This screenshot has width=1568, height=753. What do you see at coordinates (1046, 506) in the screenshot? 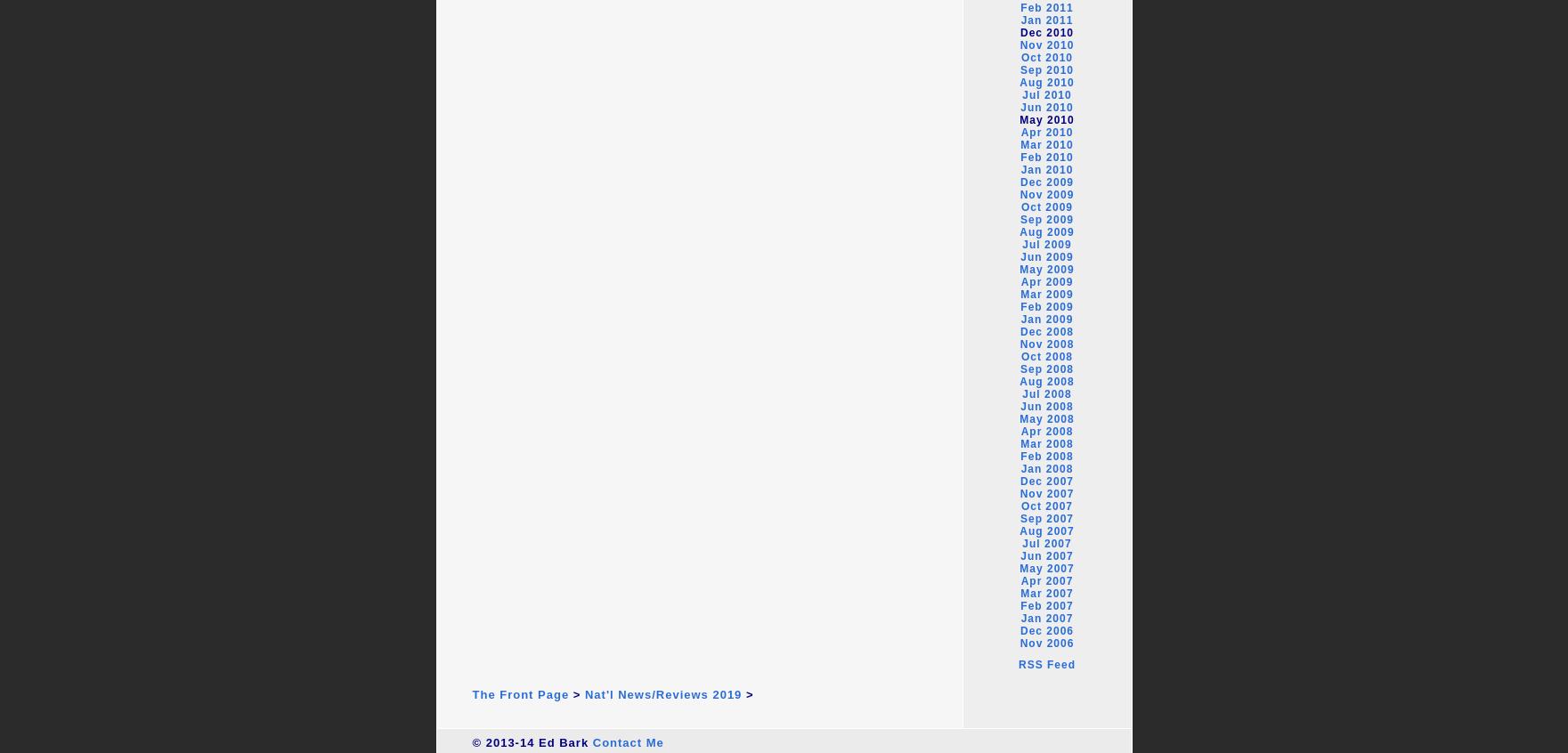
I see `'Oct 2007'` at bounding box center [1046, 506].